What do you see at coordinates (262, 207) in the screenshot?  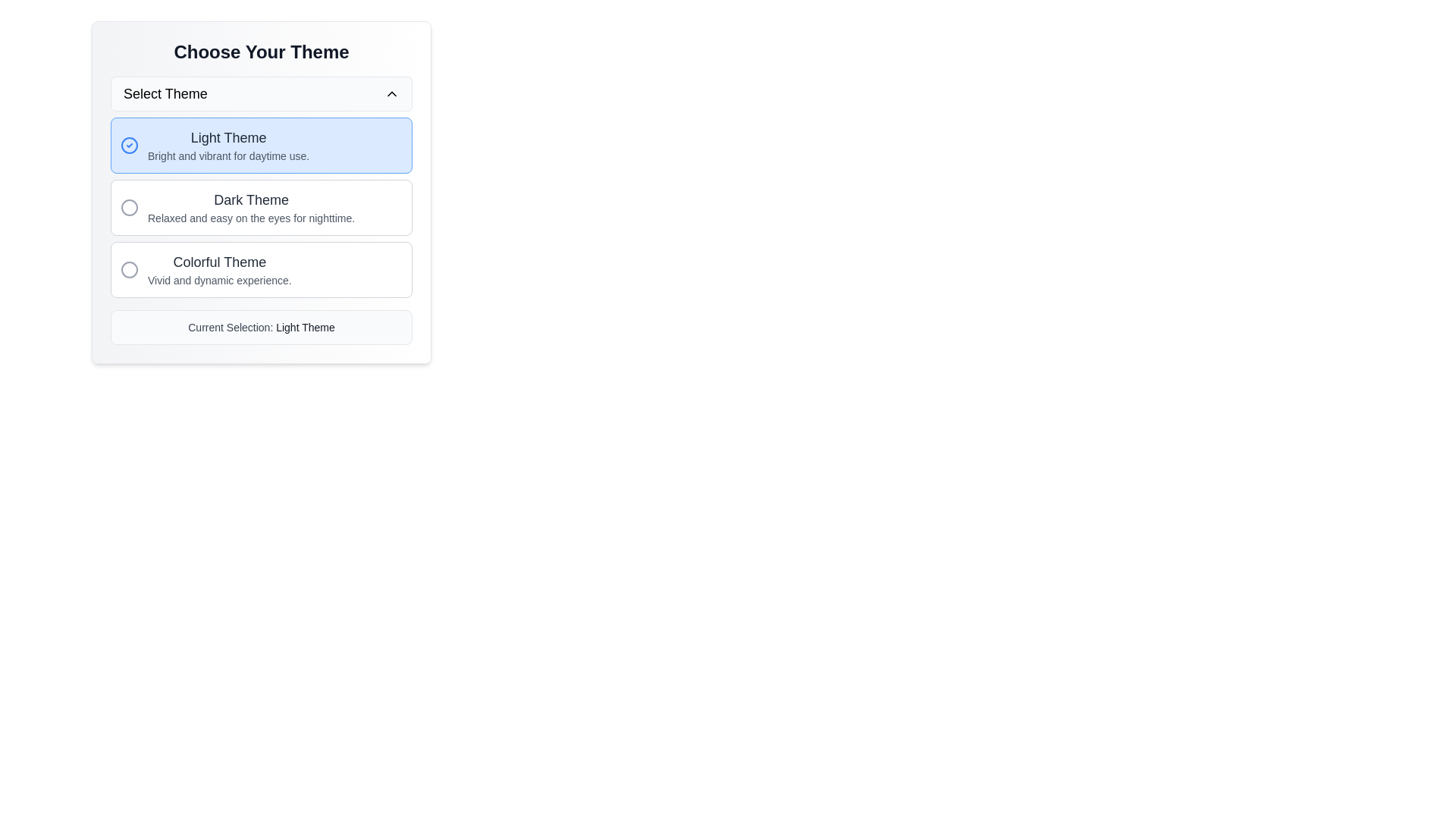 I see `the 'Dark Theme' selectable list item with an embedded radio button` at bounding box center [262, 207].